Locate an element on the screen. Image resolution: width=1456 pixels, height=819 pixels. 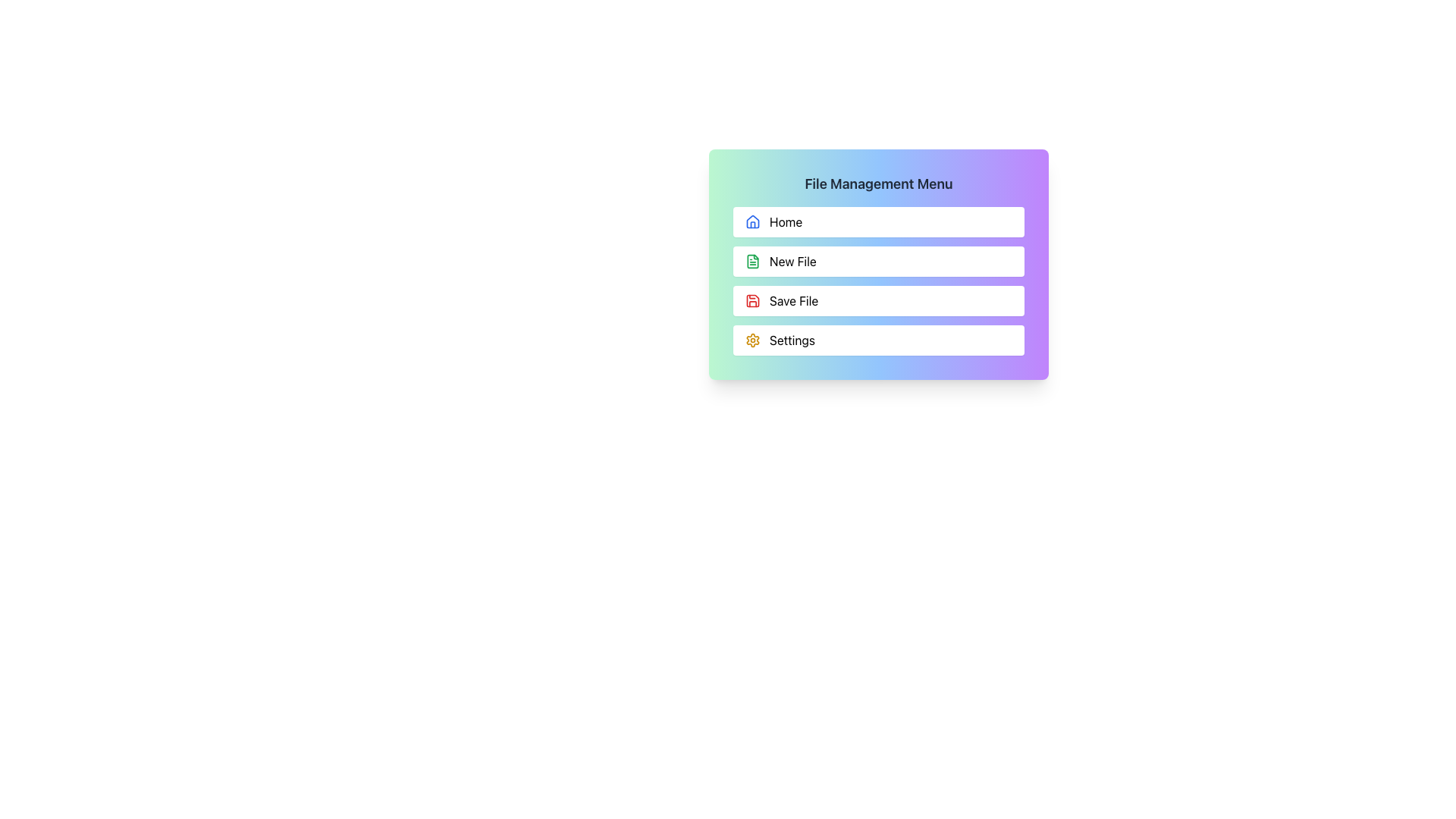
the graphical house icon with a blue outline located in the top-left corner of the menu panel next to the 'Home' label is located at coordinates (753, 221).